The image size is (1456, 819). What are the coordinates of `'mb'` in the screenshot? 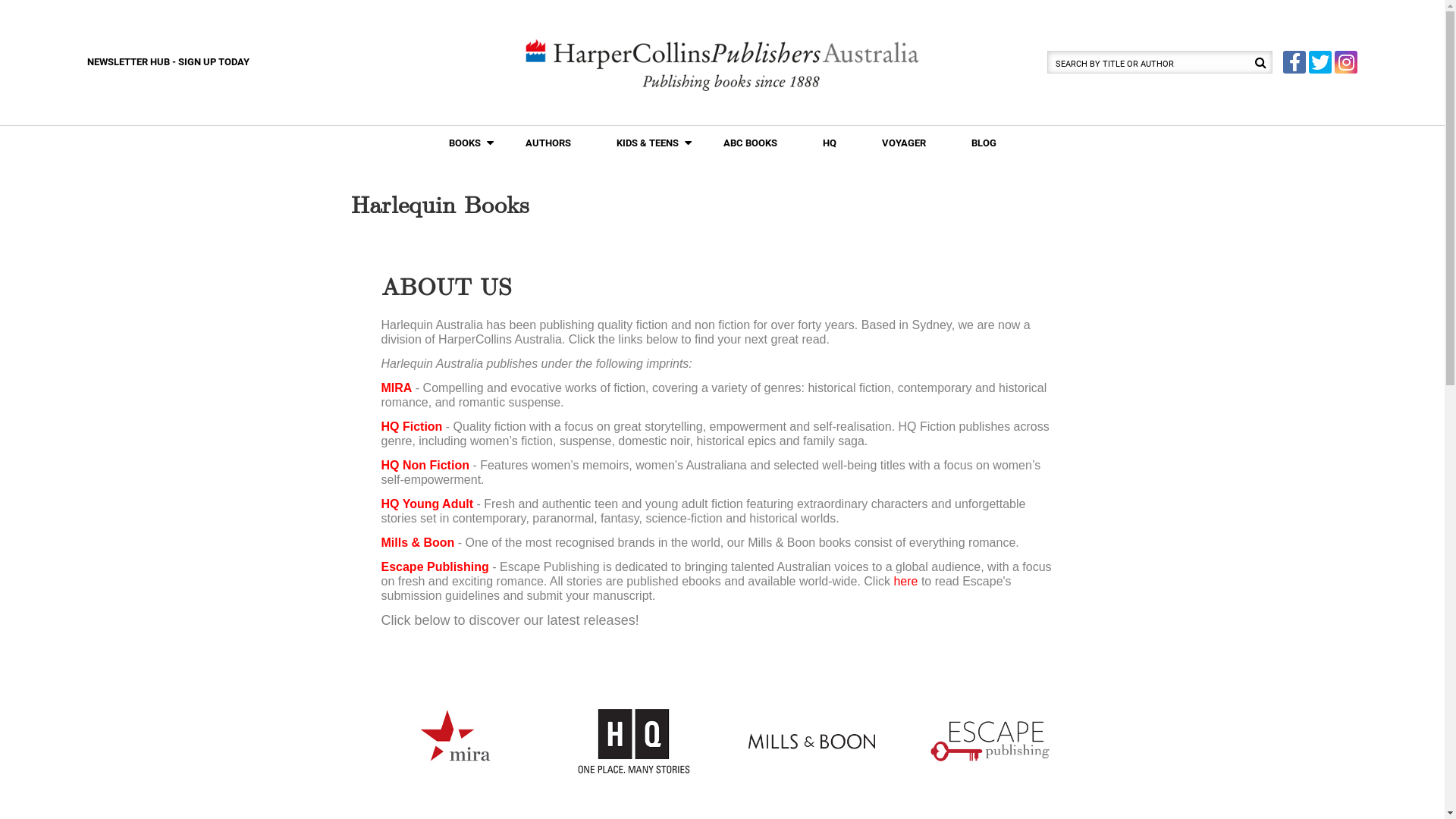 It's located at (810, 740).